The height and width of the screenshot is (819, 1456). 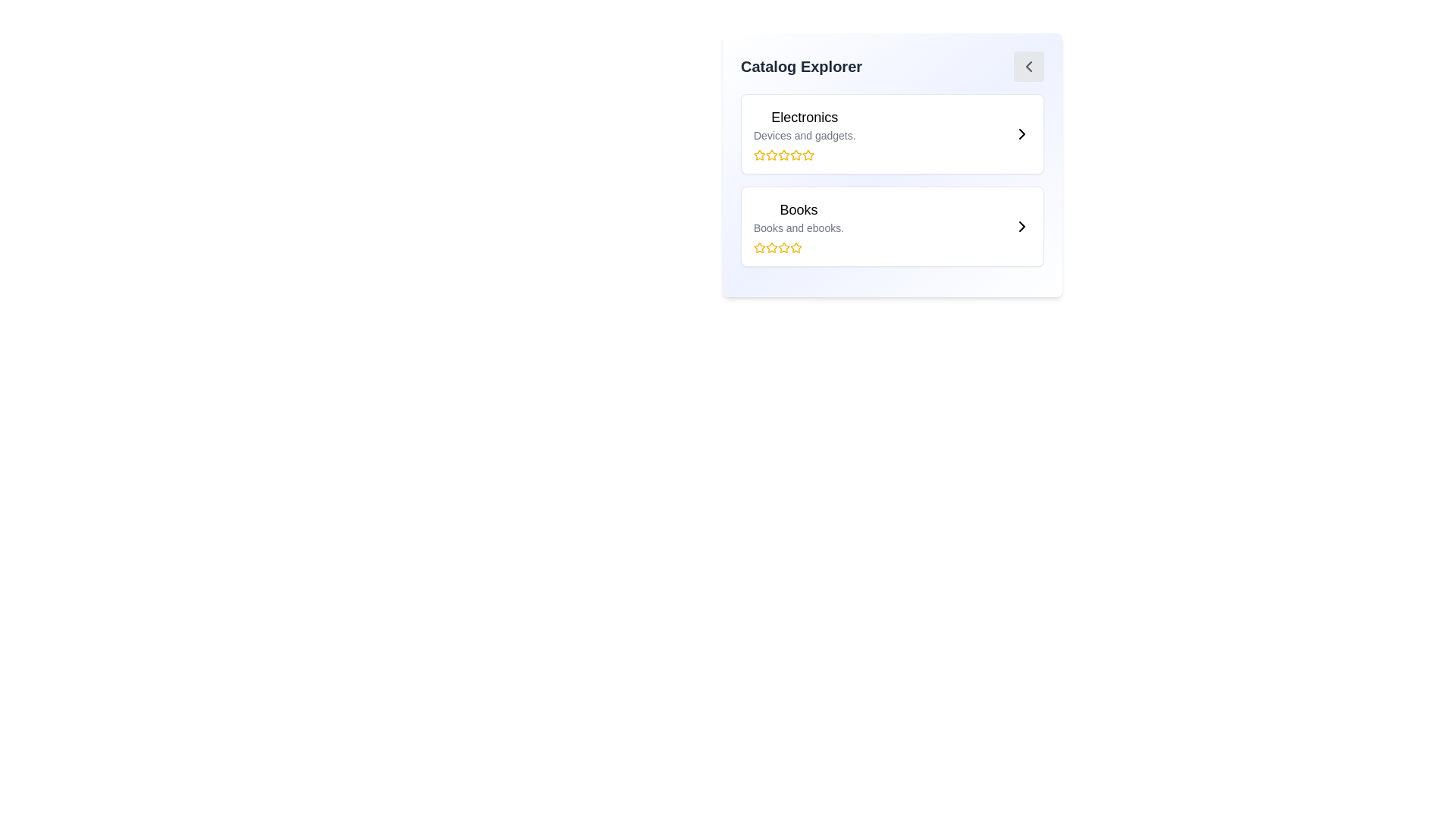 I want to click on the left-pointing chevron icon within the button in the top-right corner of the 'Catalog Explorer' card, so click(x=1029, y=66).